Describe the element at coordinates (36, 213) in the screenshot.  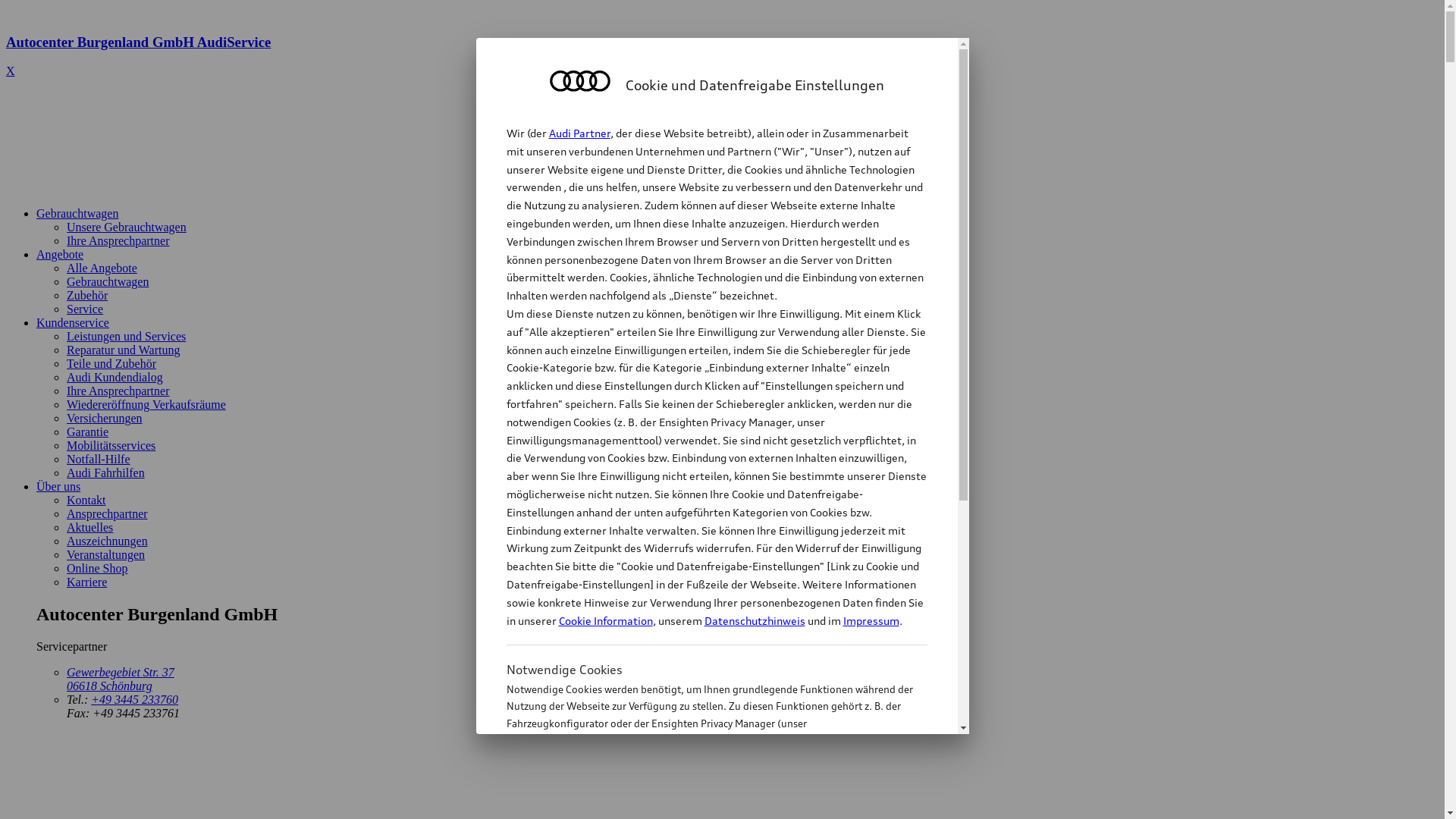
I see `'Gebrauchtwagen'` at that location.